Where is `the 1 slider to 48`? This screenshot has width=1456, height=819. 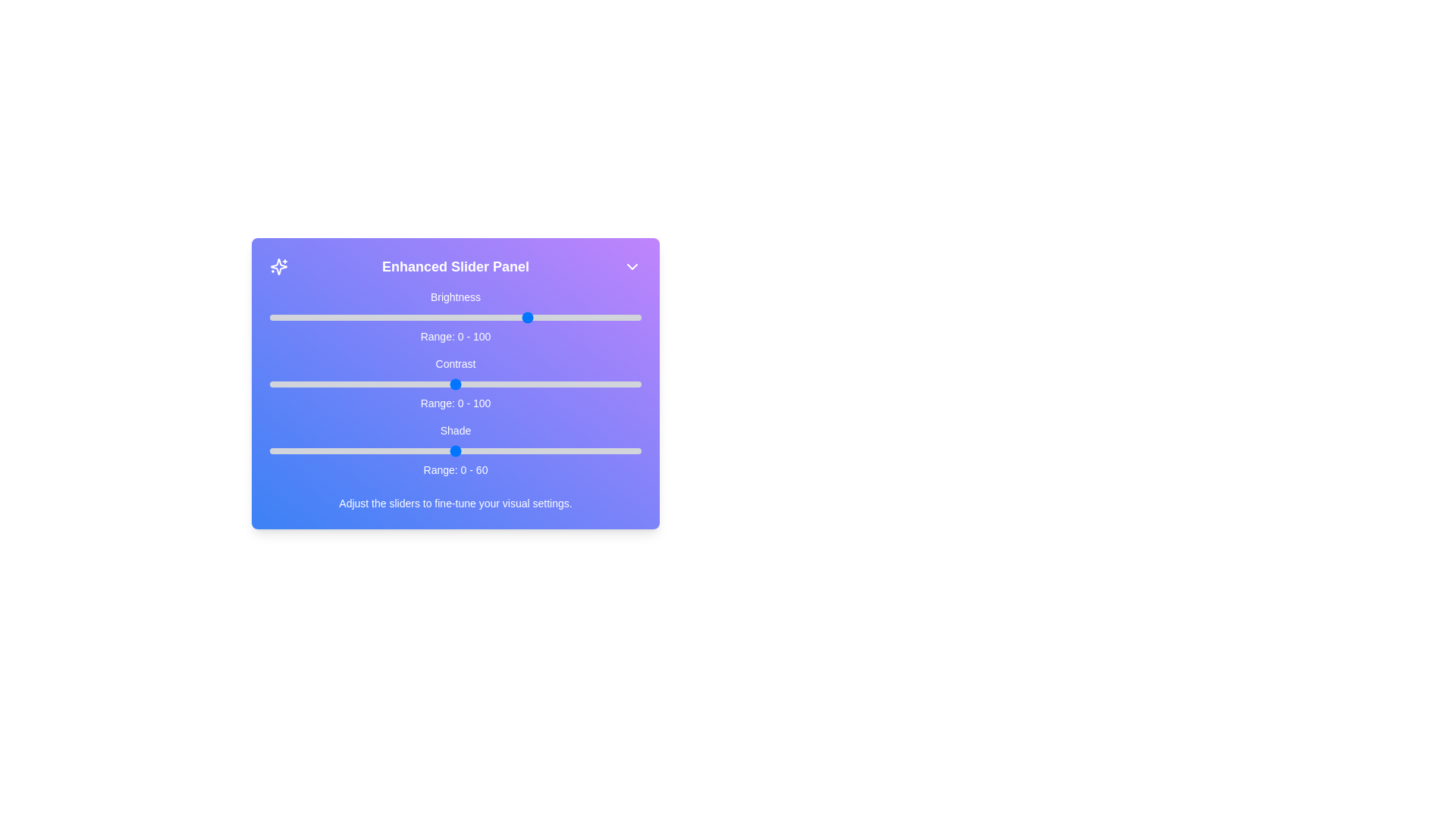 the 1 slider to 48 is located at coordinates (447, 383).